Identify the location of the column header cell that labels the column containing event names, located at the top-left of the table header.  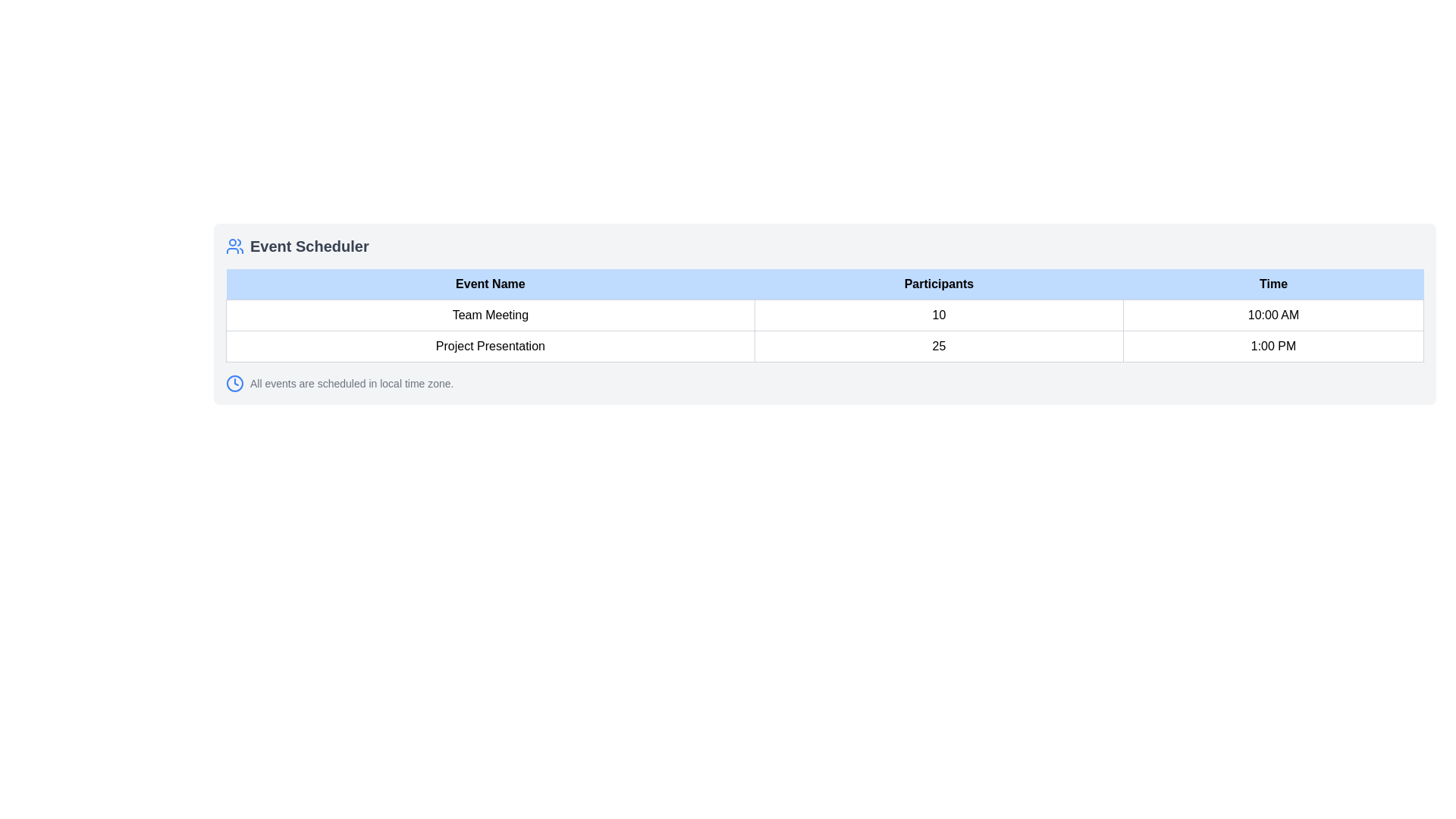
(490, 284).